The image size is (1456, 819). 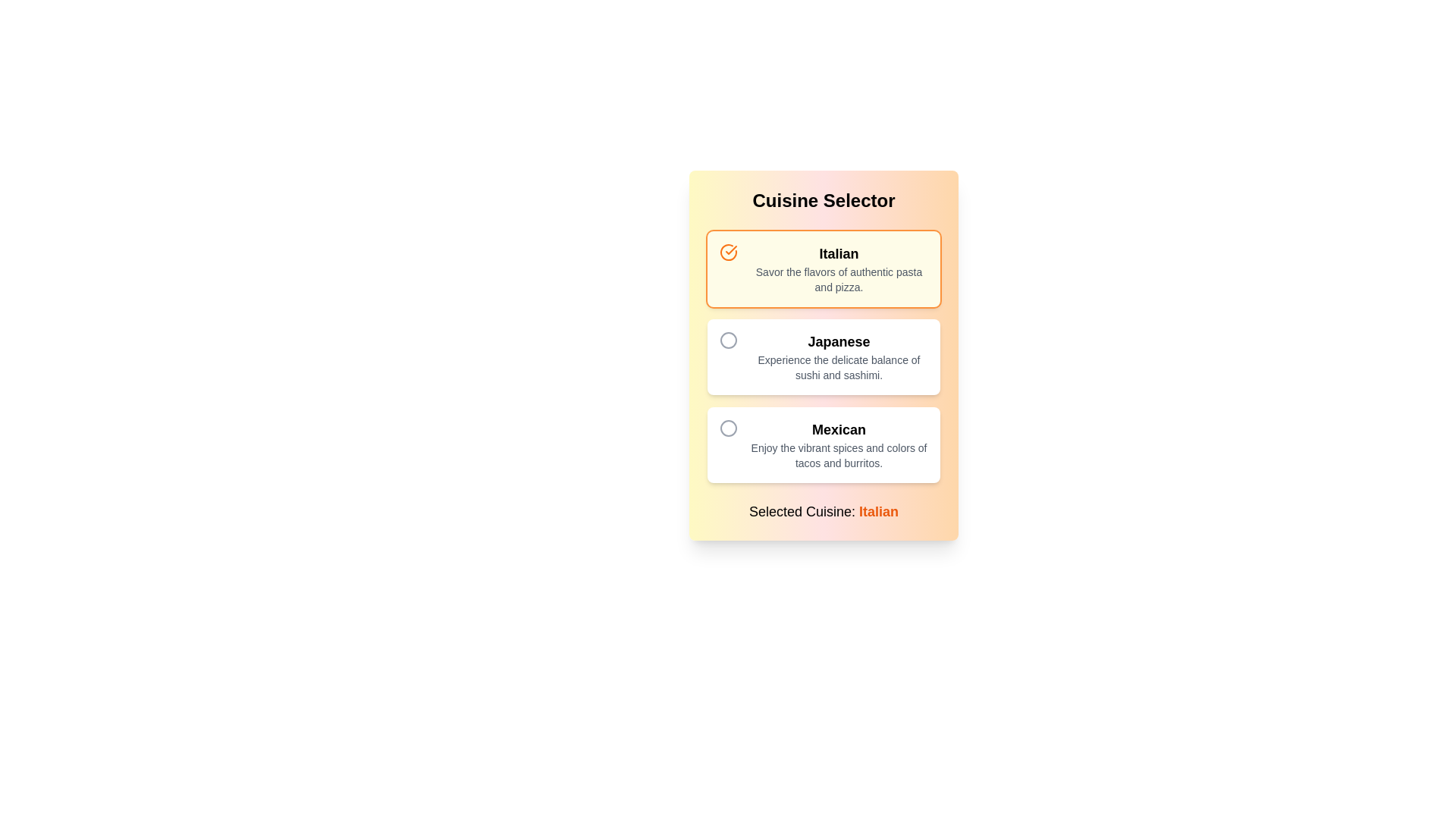 I want to click on the 'Mexican' cuisine option card in the cuisine selector interface, so click(x=823, y=444).